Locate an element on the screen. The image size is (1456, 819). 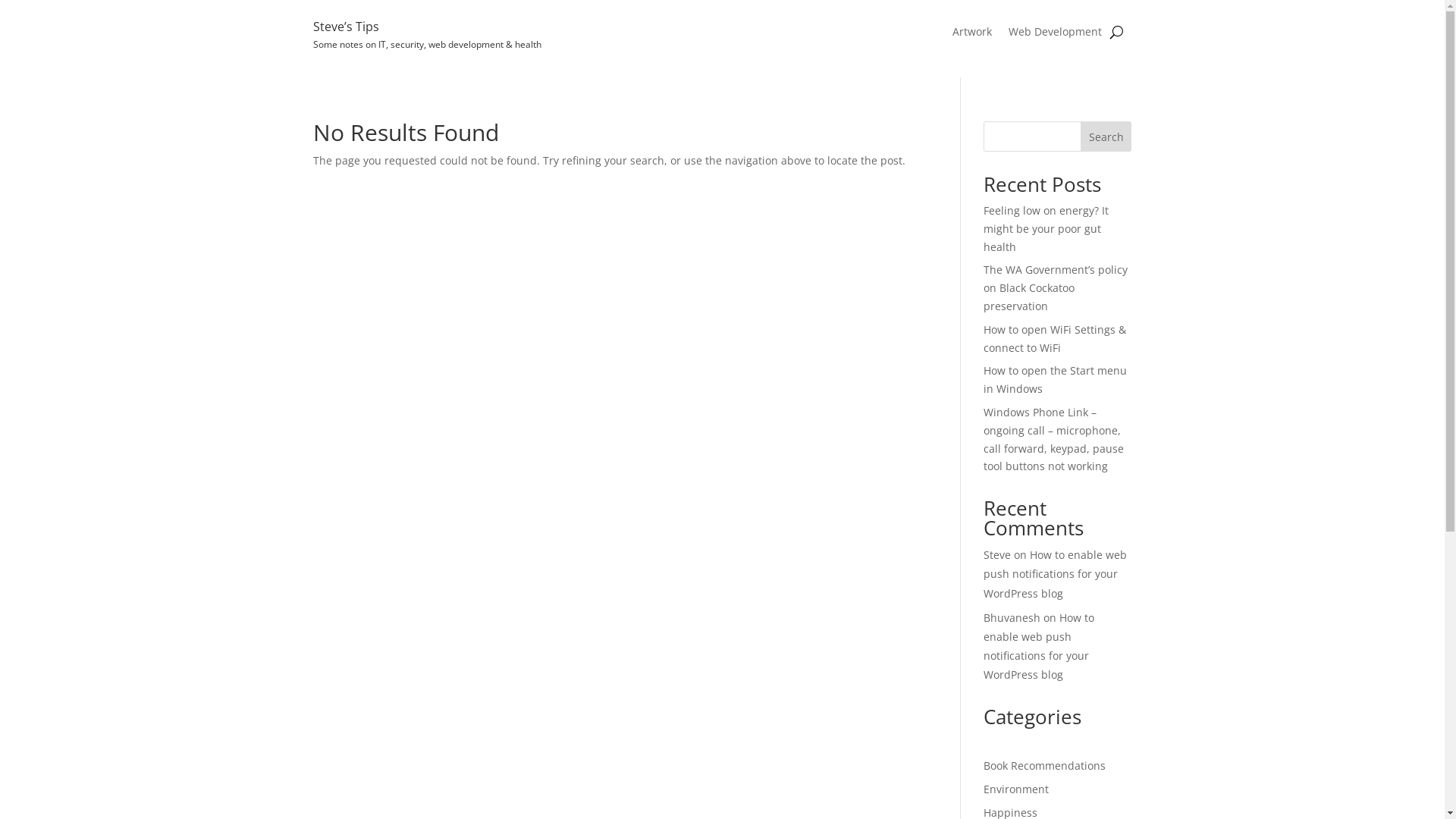
'Artwork' is located at coordinates (971, 34).